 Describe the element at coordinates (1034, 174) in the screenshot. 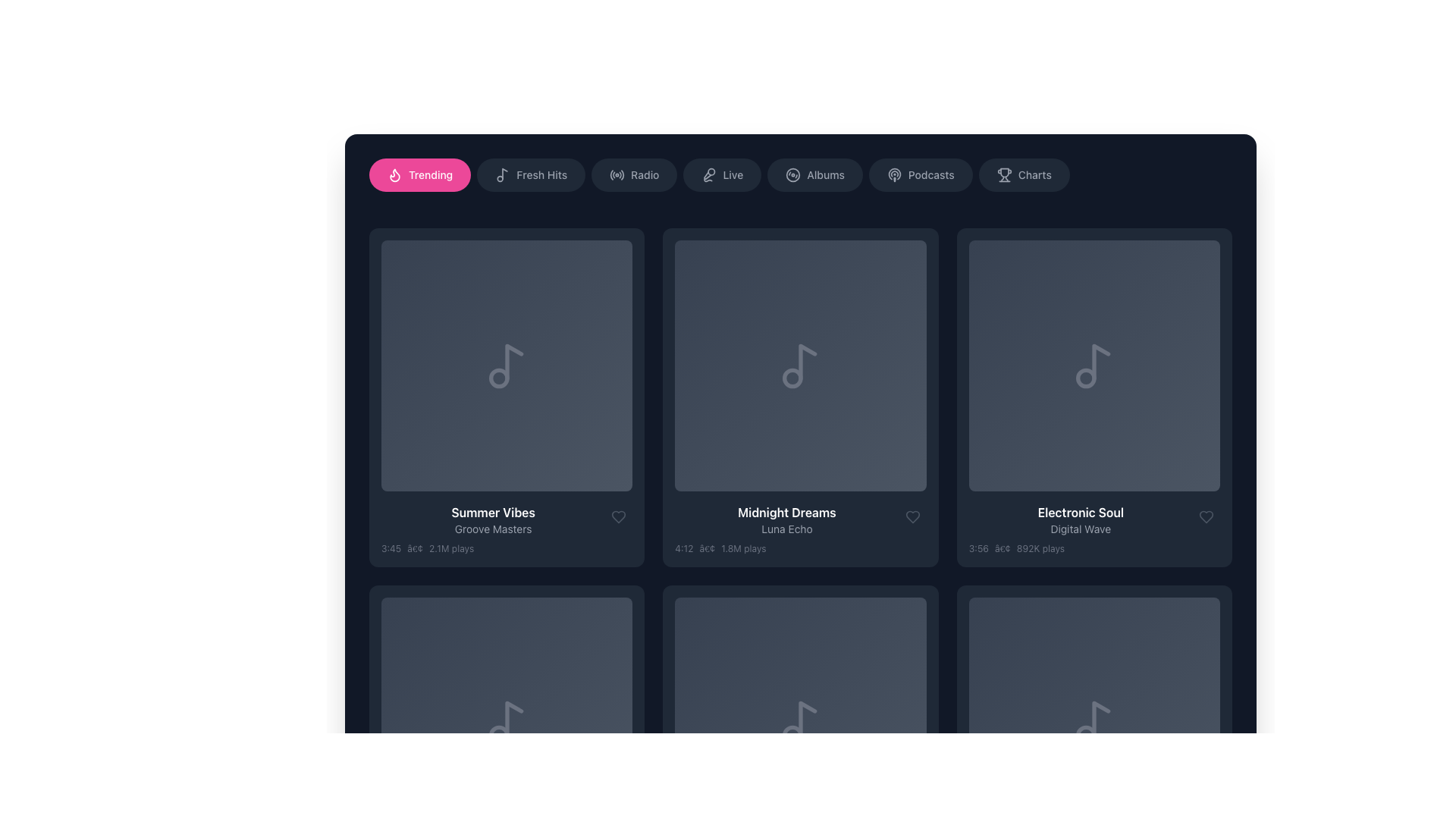

I see `the 'Charts' label located in the upper-right portion of the navigation button` at that location.